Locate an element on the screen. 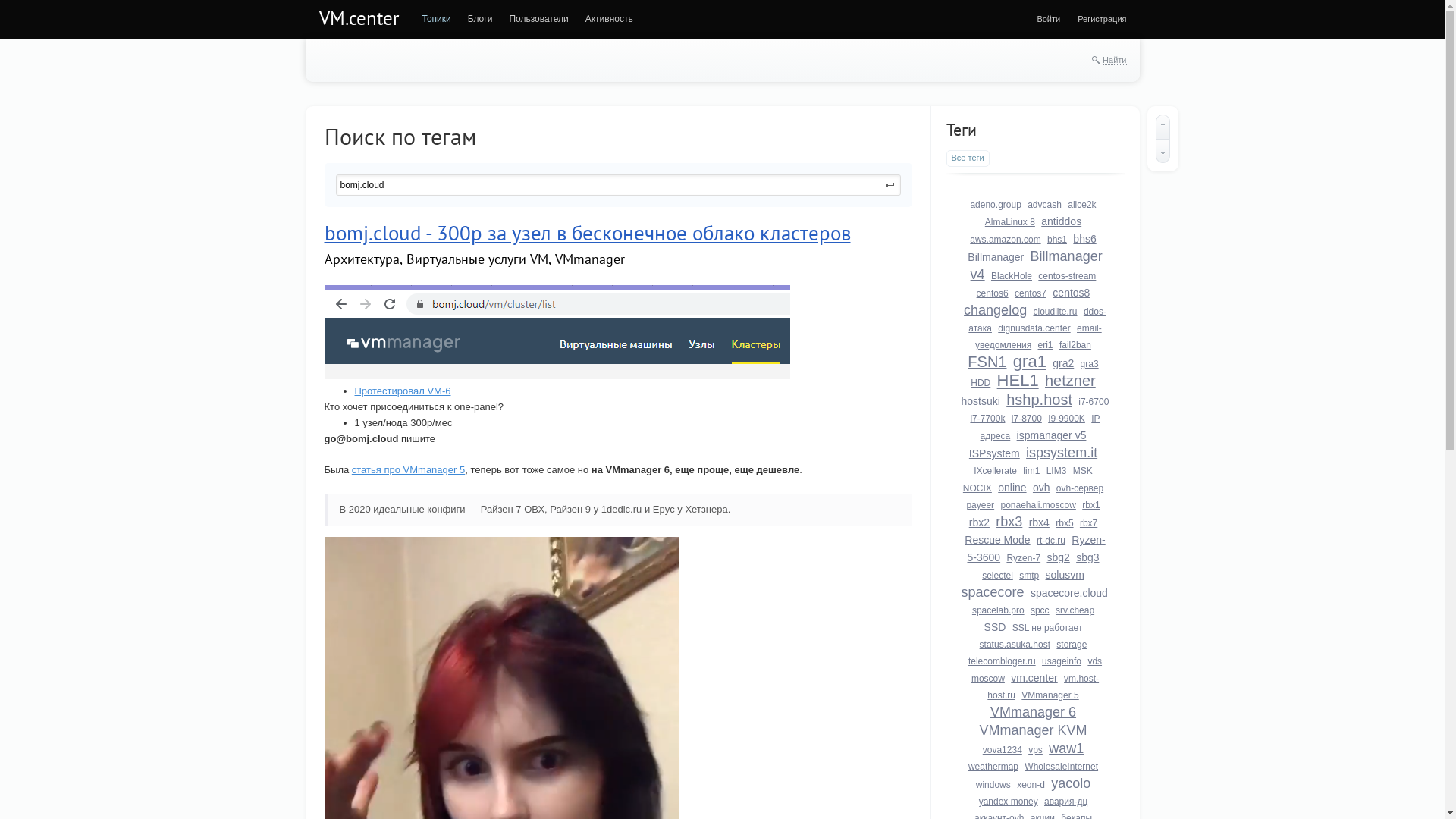 The height and width of the screenshot is (819, 1456). 'bhs1' is located at coordinates (1056, 239).